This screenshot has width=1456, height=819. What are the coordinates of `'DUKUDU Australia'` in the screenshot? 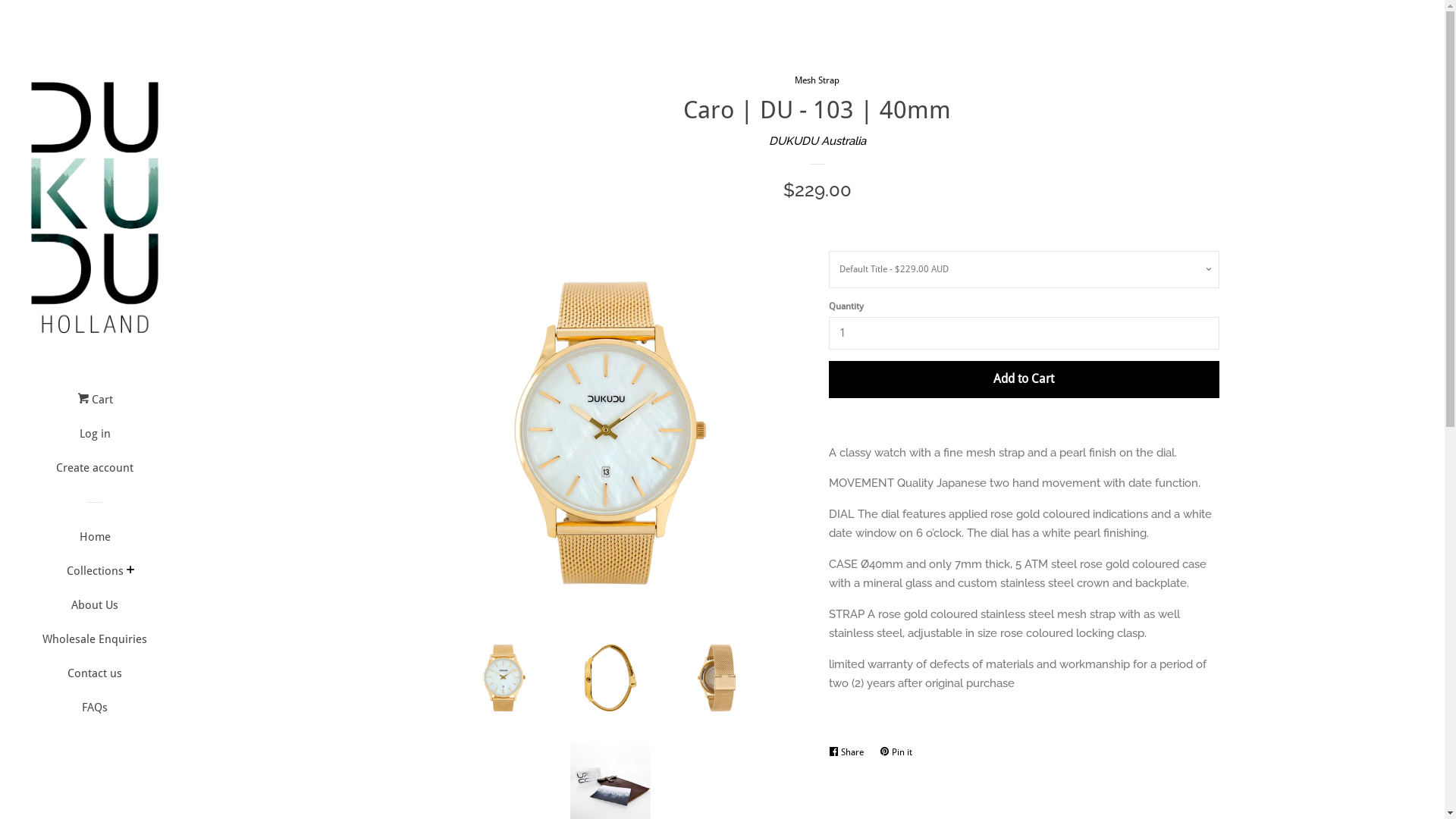 It's located at (817, 140).